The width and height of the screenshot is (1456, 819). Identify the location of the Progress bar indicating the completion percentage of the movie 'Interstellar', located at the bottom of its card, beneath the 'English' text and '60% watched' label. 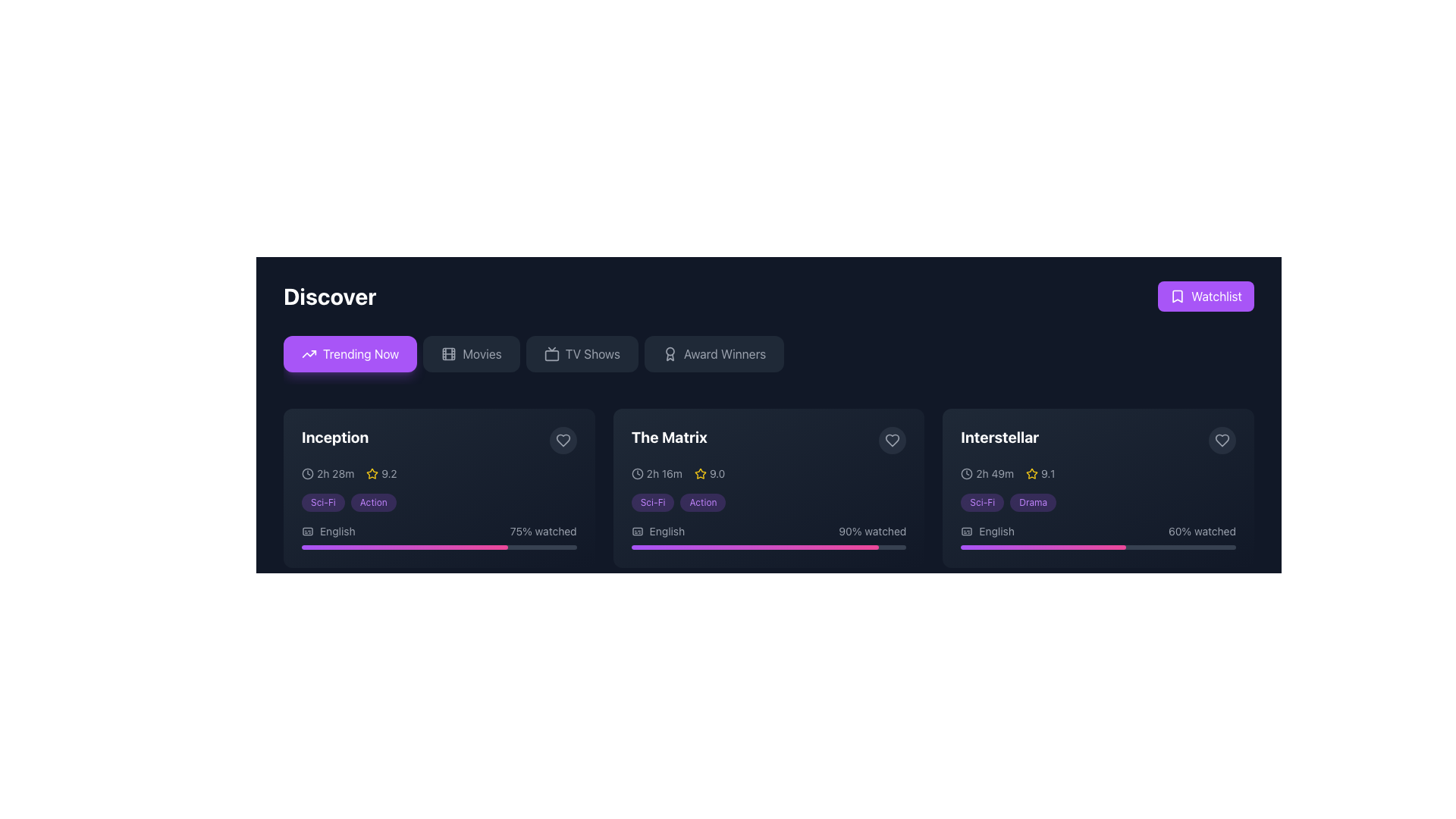
(1098, 547).